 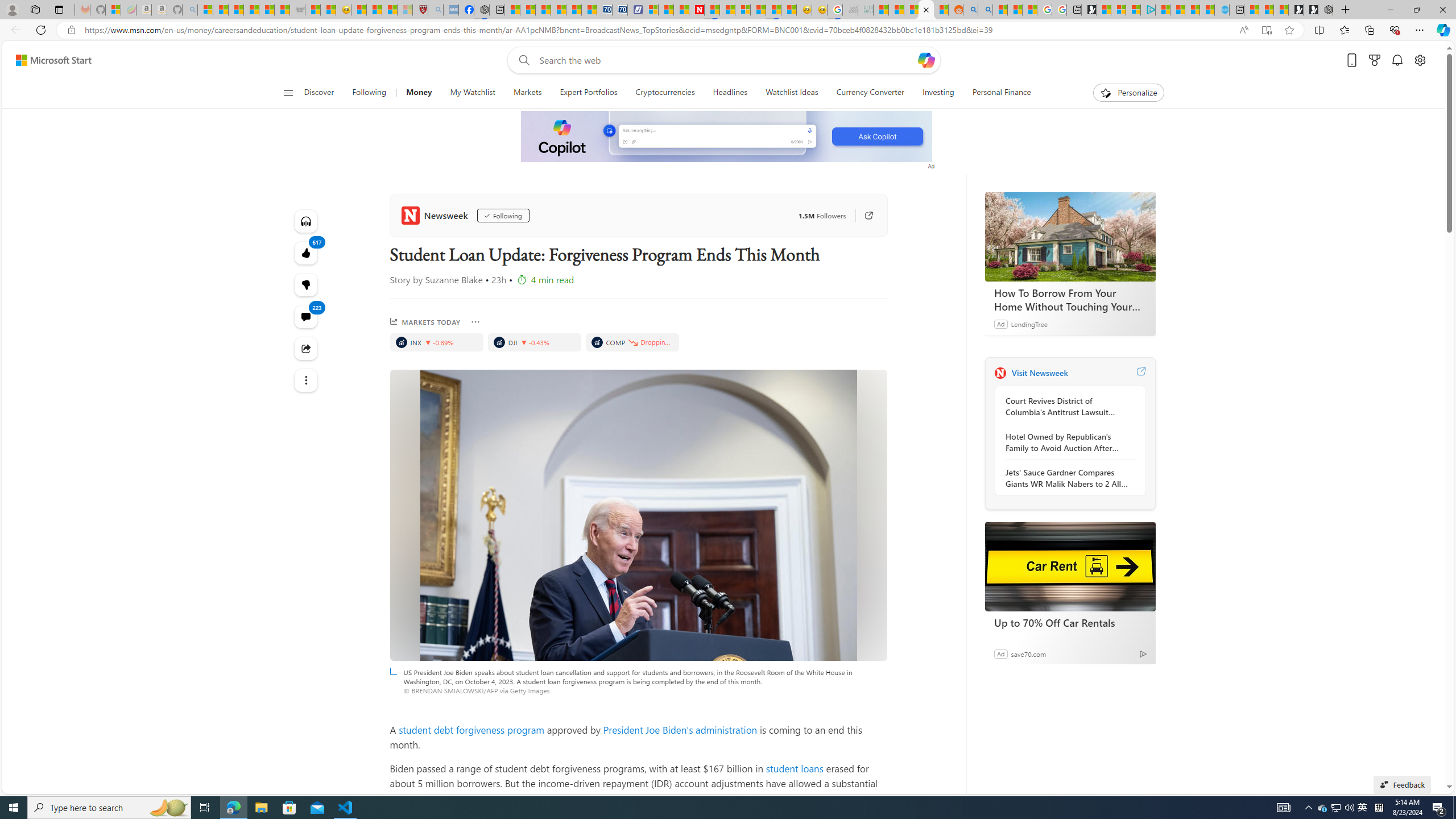 What do you see at coordinates (305, 285) in the screenshot?
I see `'617'` at bounding box center [305, 285].